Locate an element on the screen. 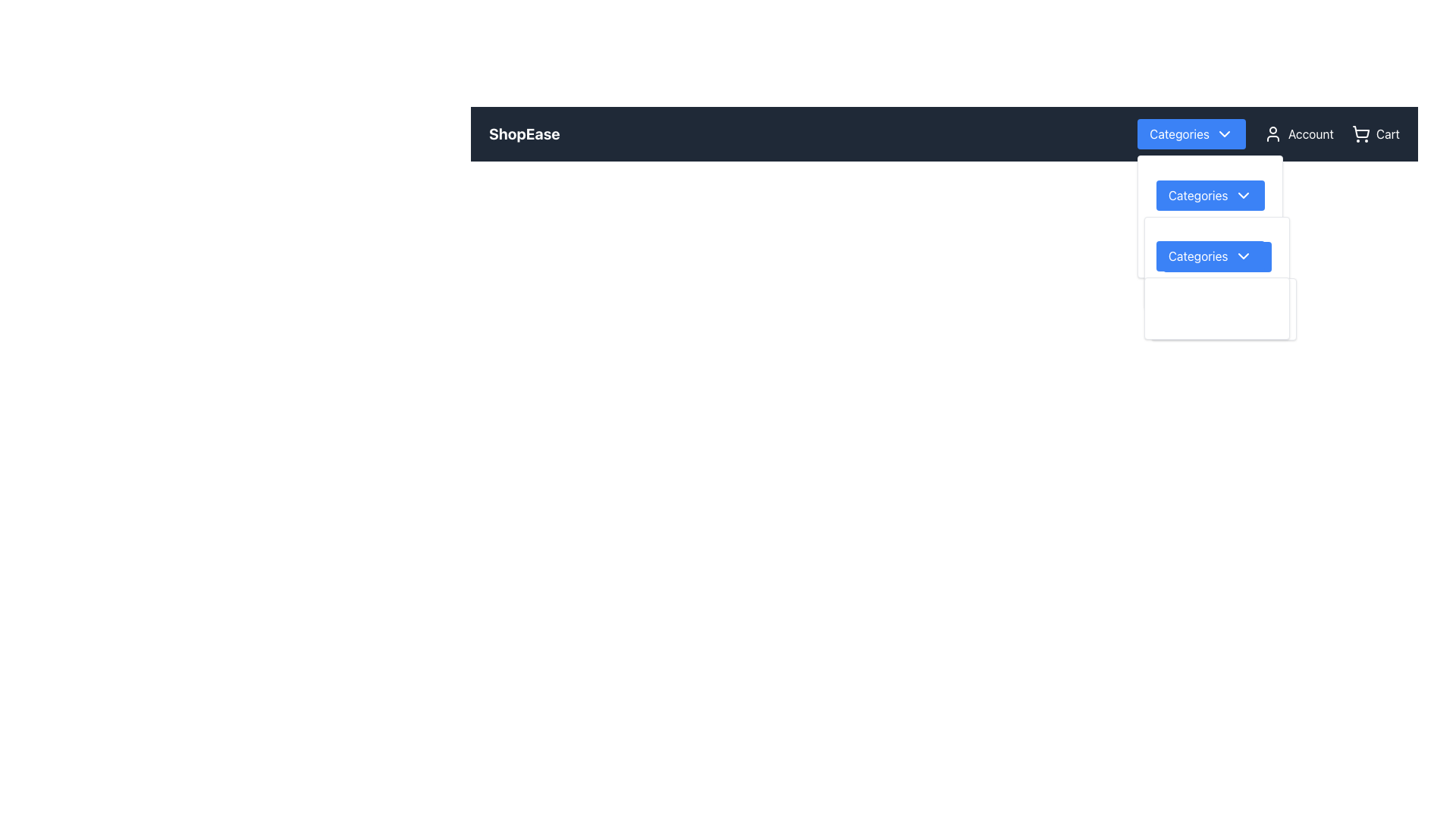 The width and height of the screenshot is (1456, 819). the second 'Categories' button in the dropdown menu, which has white text on a blue background and a downward-facing arrow to the right is located at coordinates (1210, 256).